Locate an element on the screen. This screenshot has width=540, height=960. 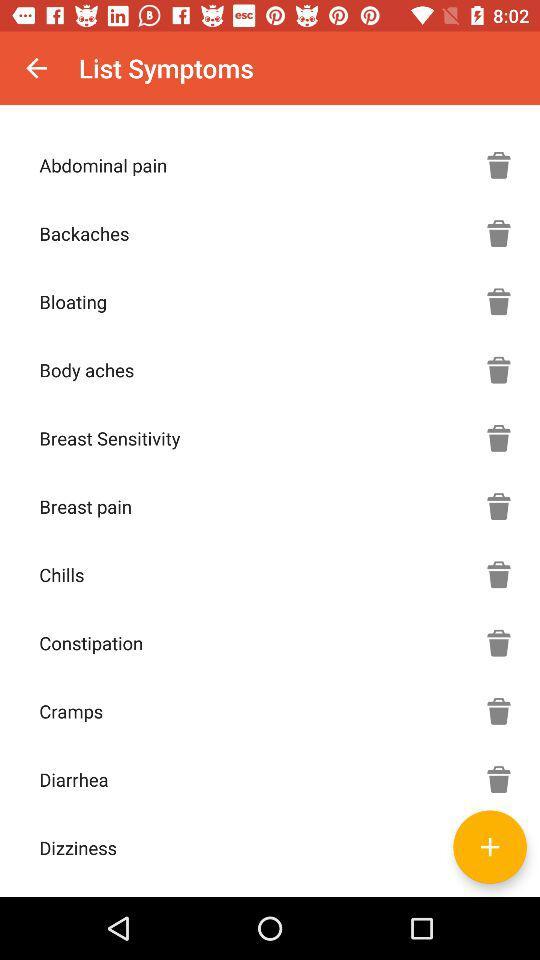
delete is located at coordinates (498, 642).